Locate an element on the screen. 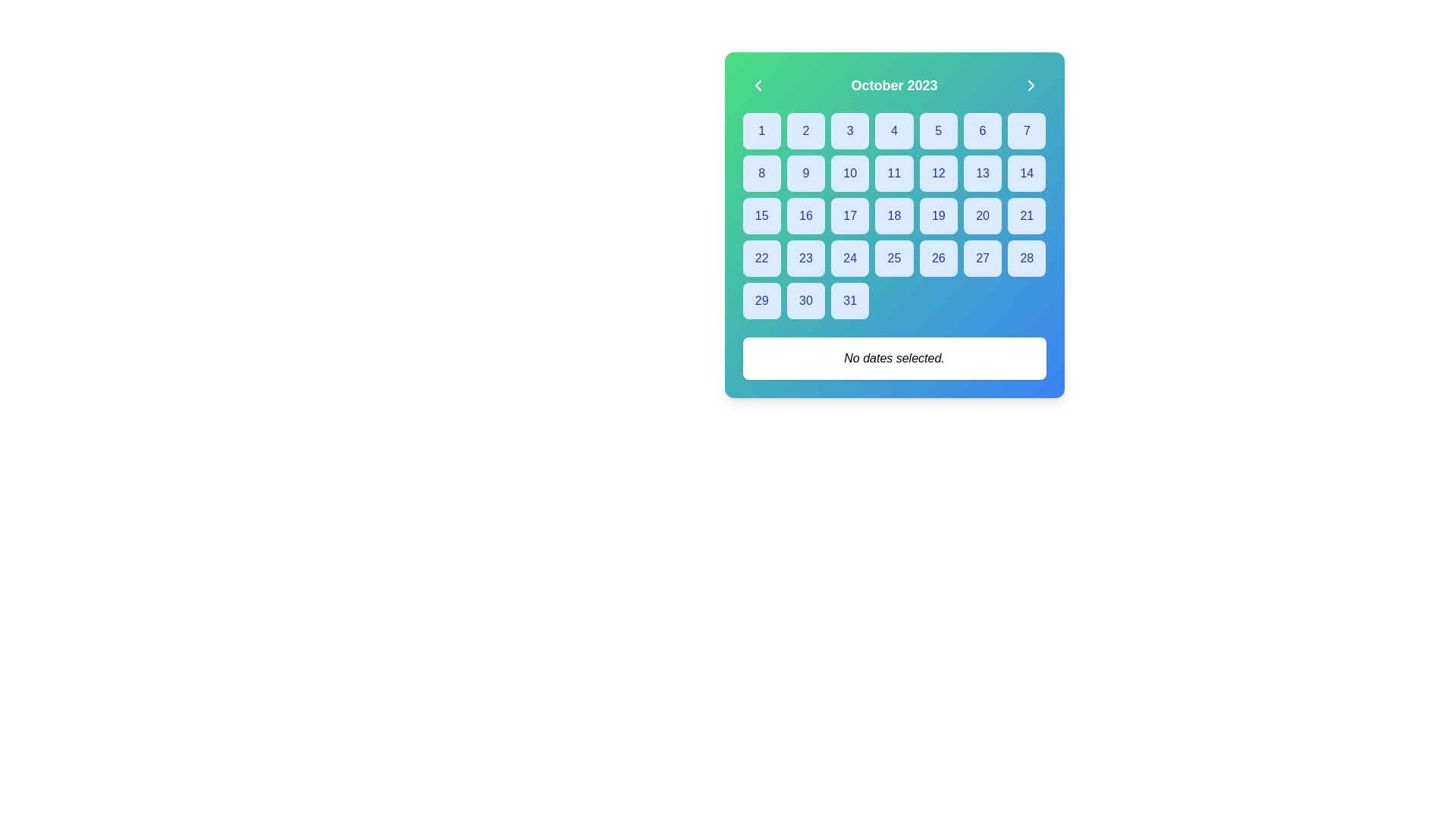  the selectable calendar day button for October 24, 2023 is located at coordinates (850, 257).